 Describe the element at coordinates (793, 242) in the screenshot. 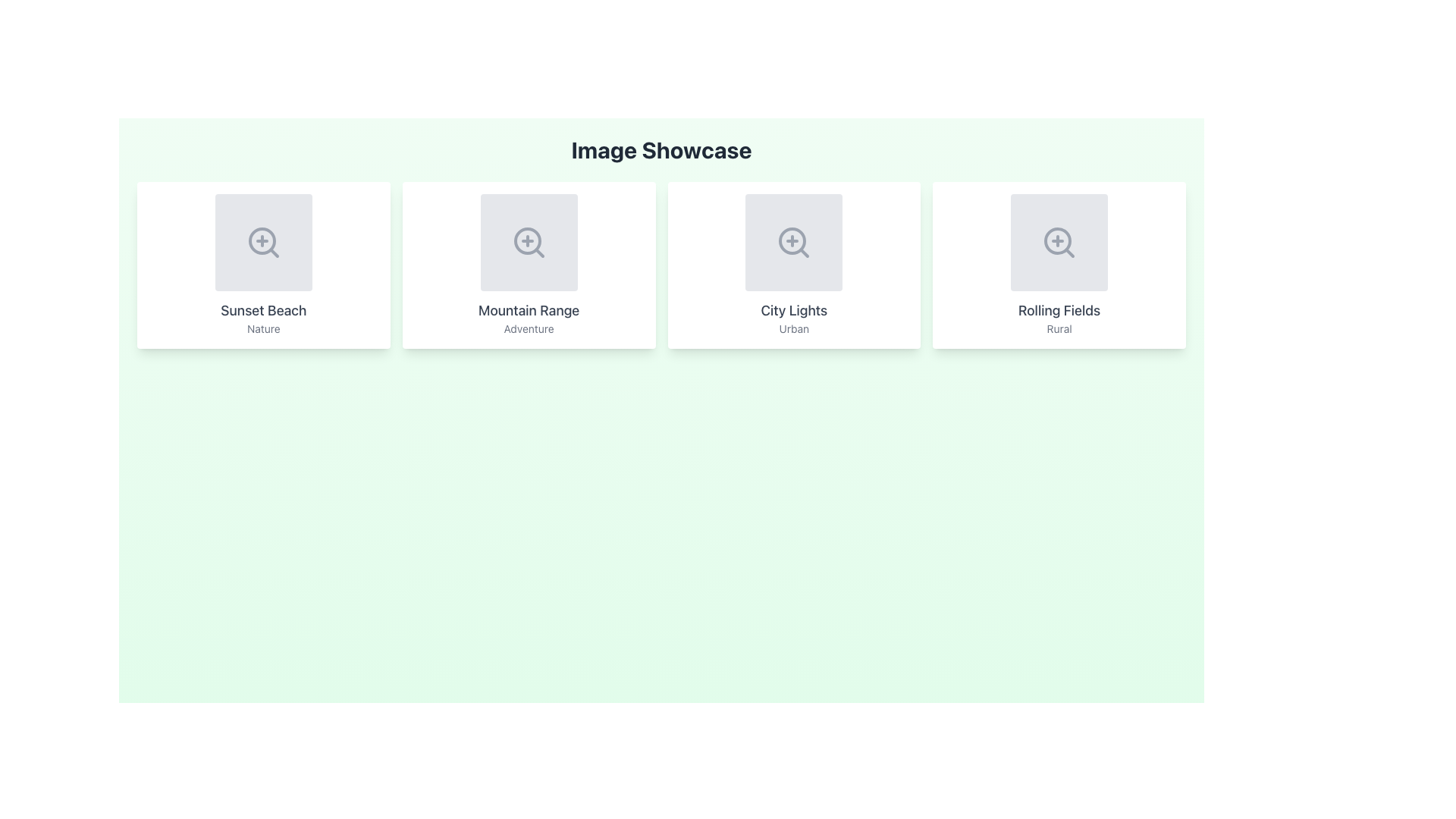

I see `the zoom icon located in the 'City Lights' card, which is positioned in the third column of the image showcase grid` at that location.